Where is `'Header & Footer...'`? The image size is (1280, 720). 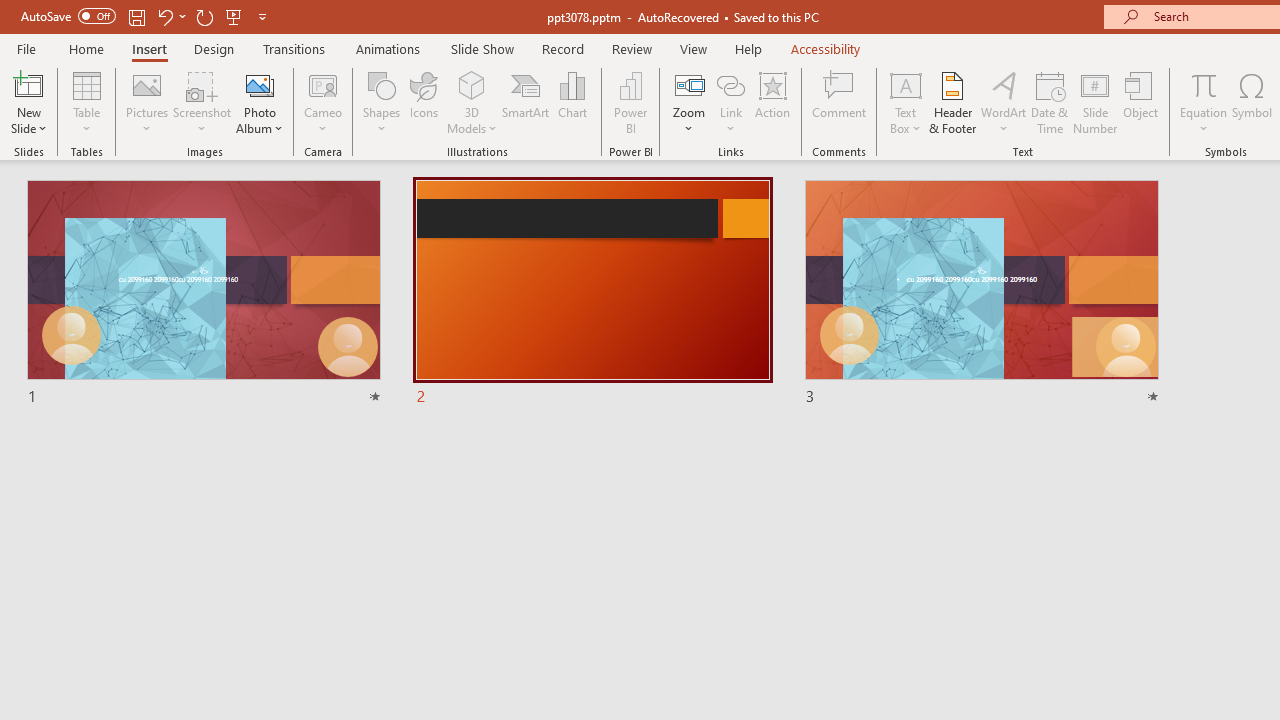 'Header & Footer...' is located at coordinates (951, 103).